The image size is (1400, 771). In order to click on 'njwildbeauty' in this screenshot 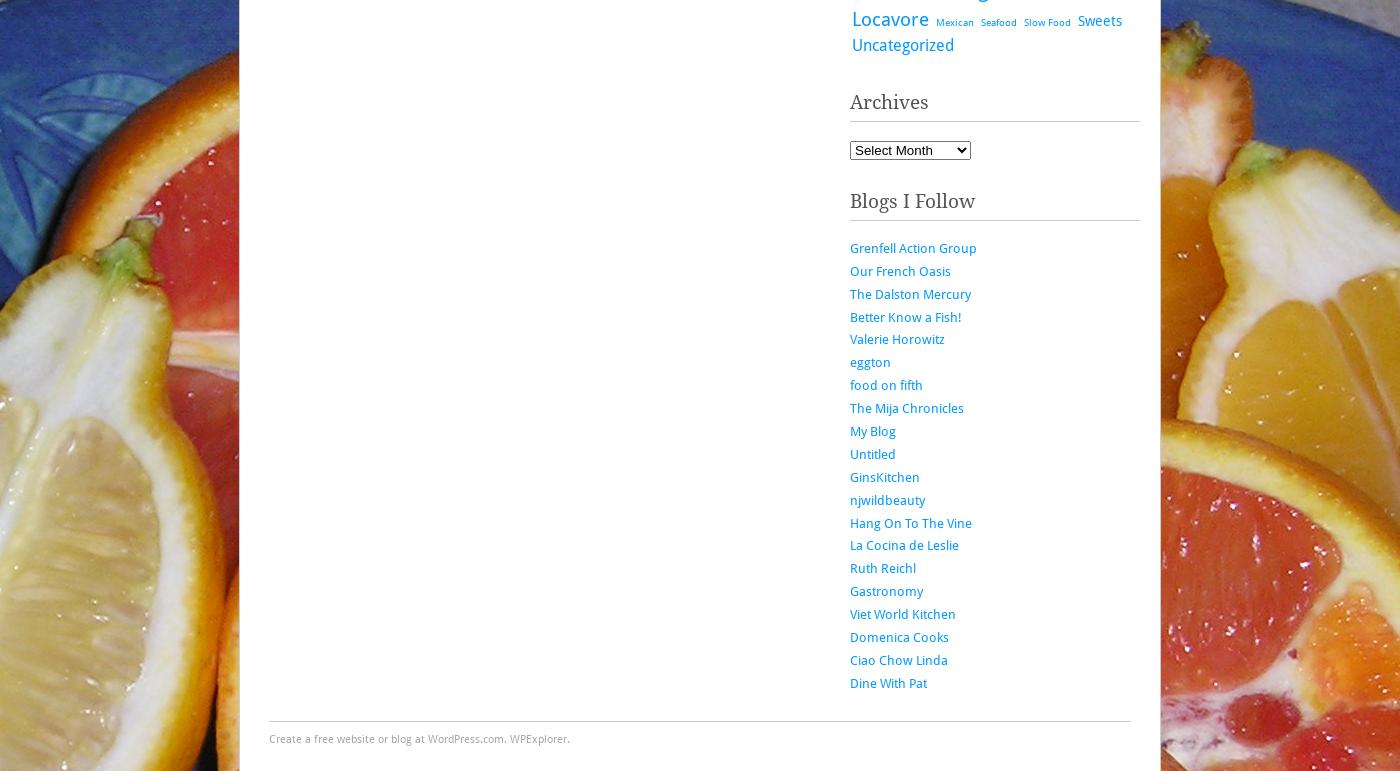, I will do `click(887, 499)`.